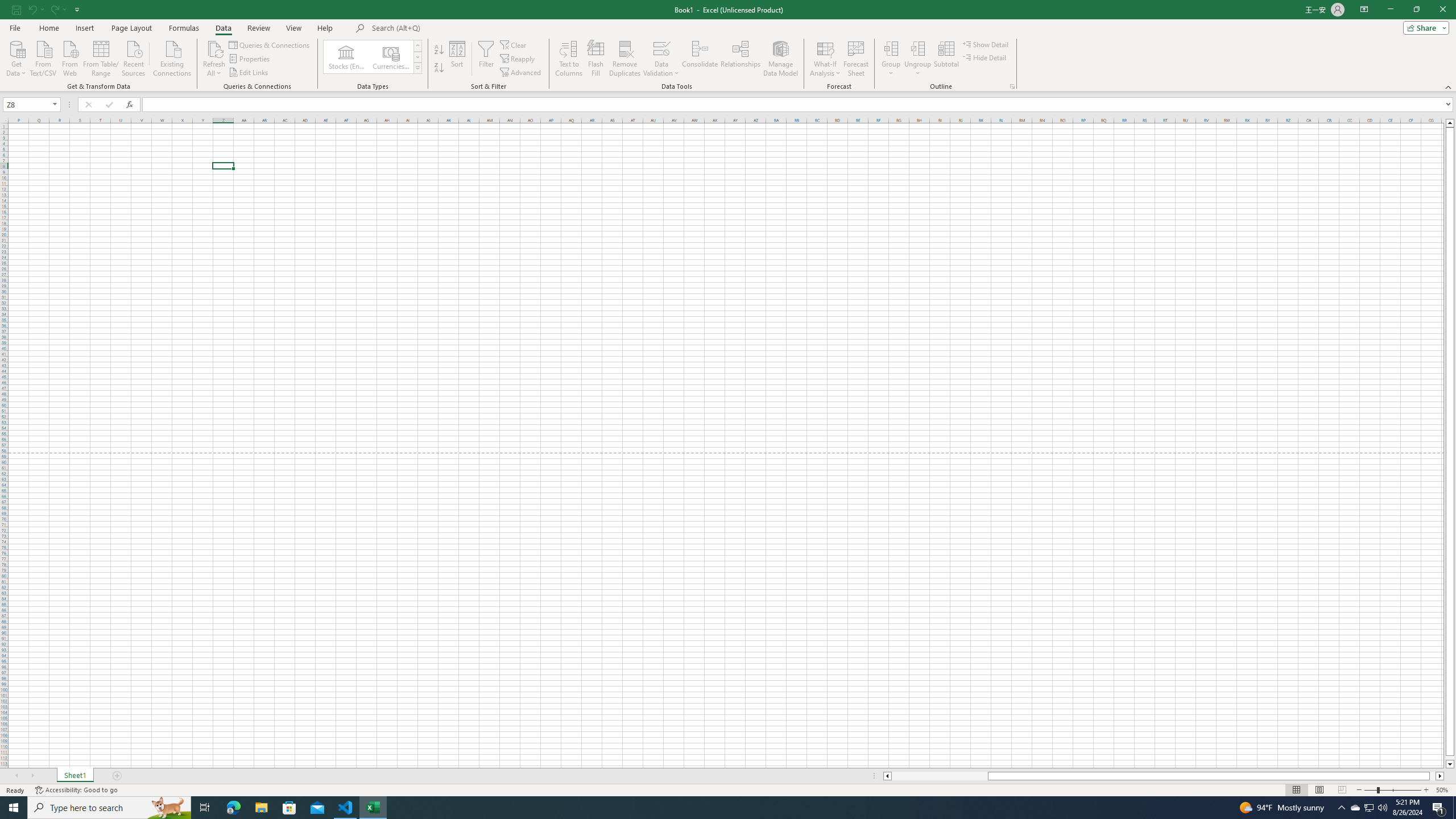 The width and height of the screenshot is (1456, 819). I want to click on 'Forecast Sheet', so click(856, 59).